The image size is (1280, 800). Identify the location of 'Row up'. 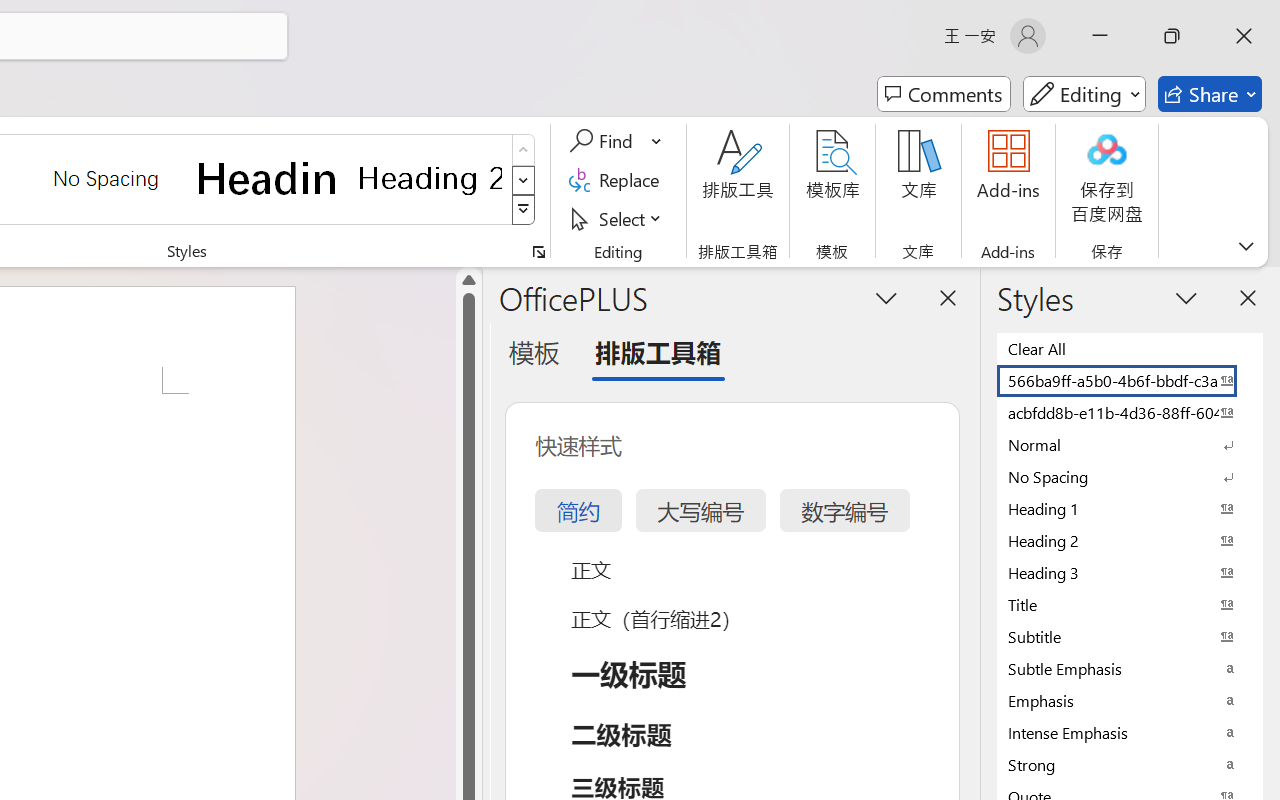
(523, 150).